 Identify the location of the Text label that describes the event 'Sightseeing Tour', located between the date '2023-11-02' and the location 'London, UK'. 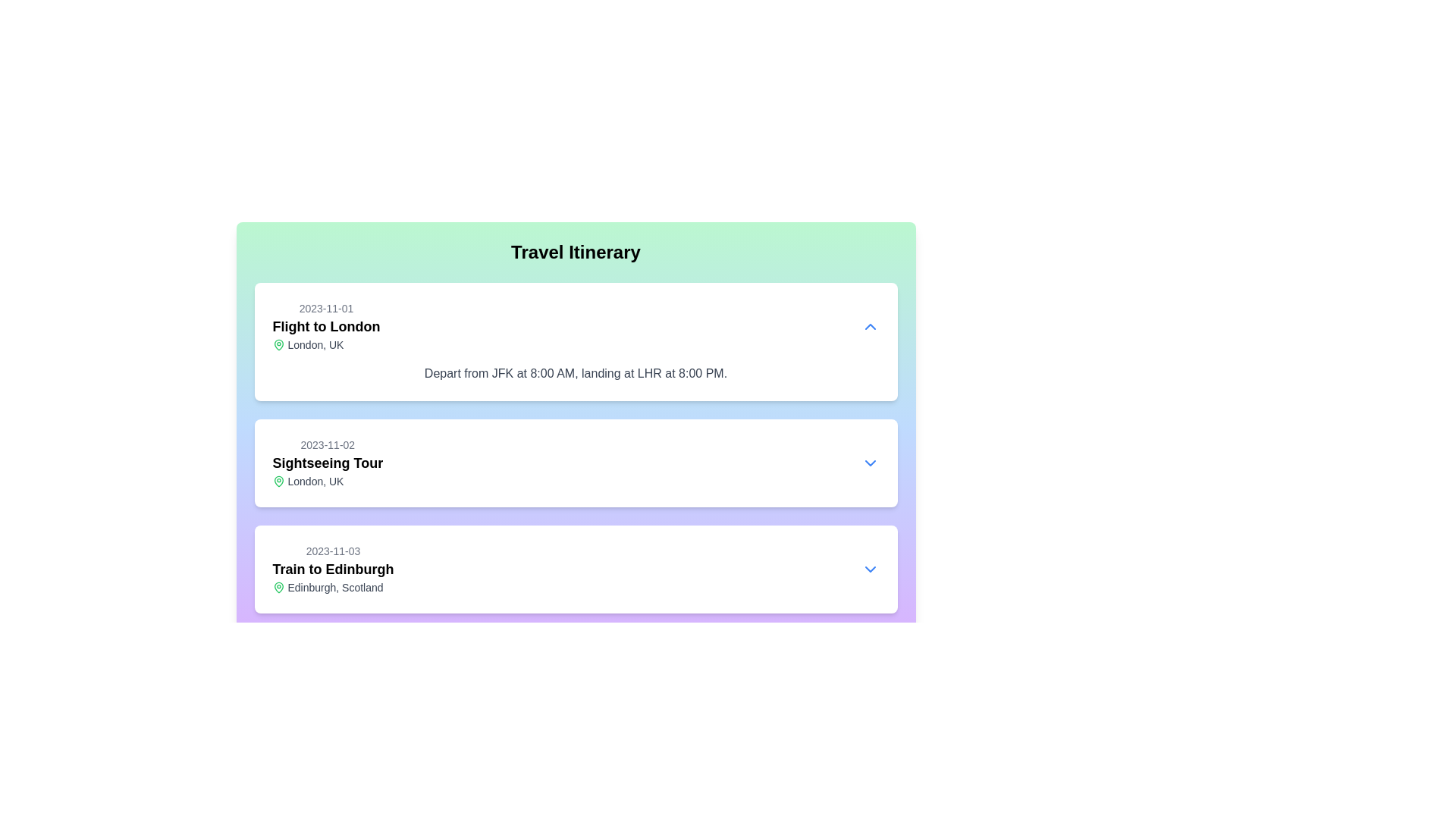
(327, 462).